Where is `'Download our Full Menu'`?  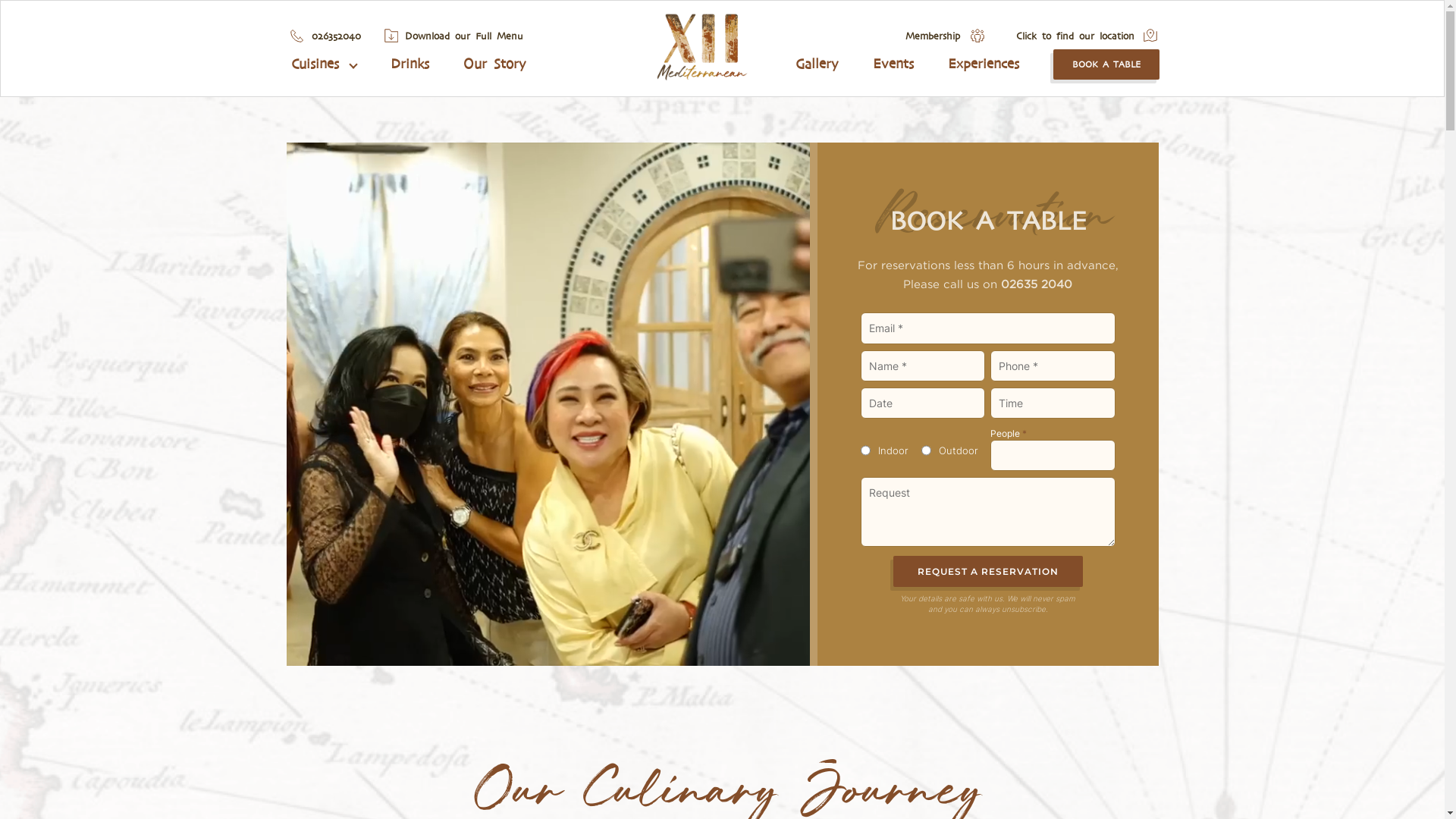 'Download our Full Menu' is located at coordinates (463, 35).